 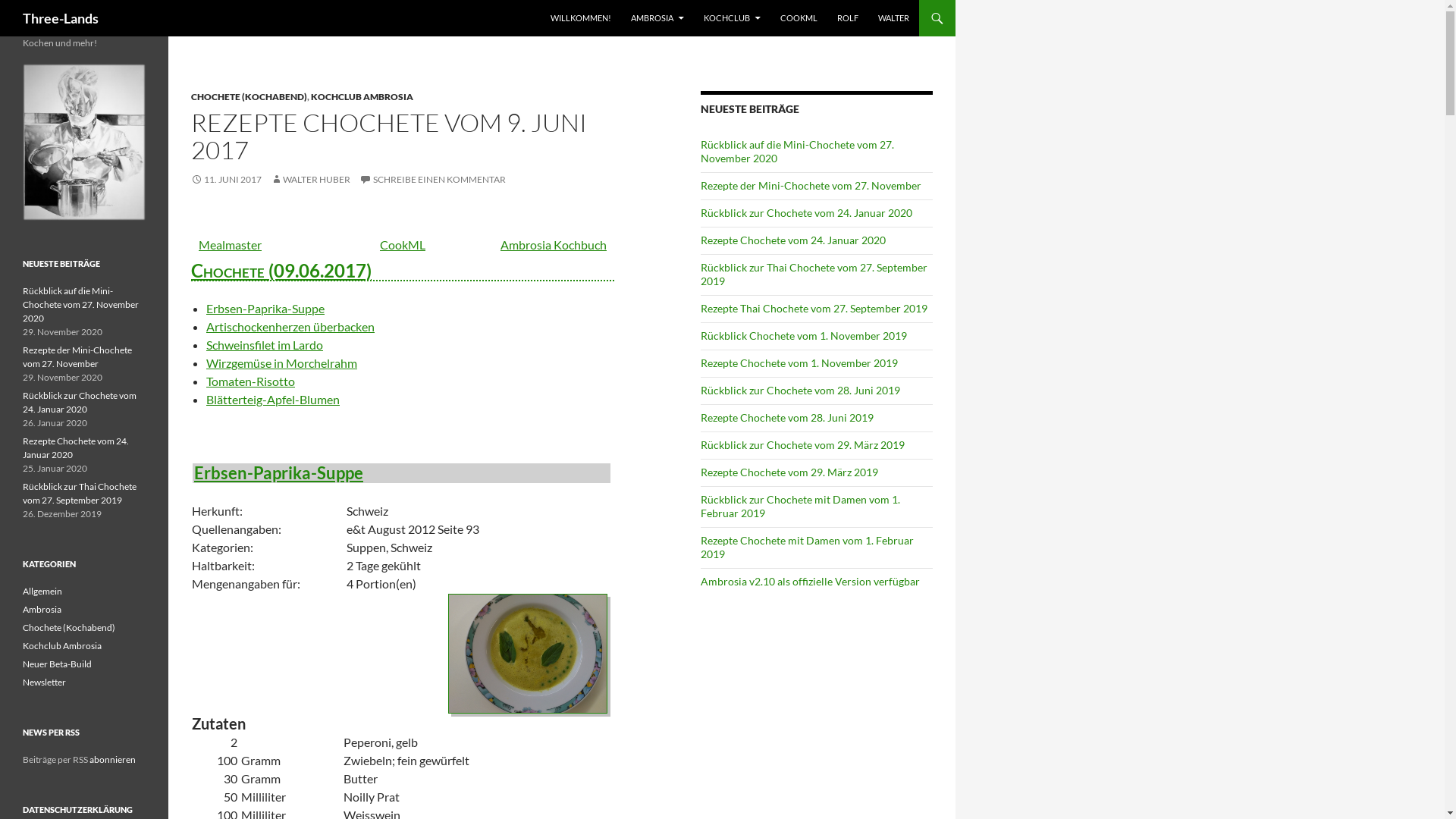 I want to click on 'Ambrosia Kochbuch', so click(x=552, y=243).